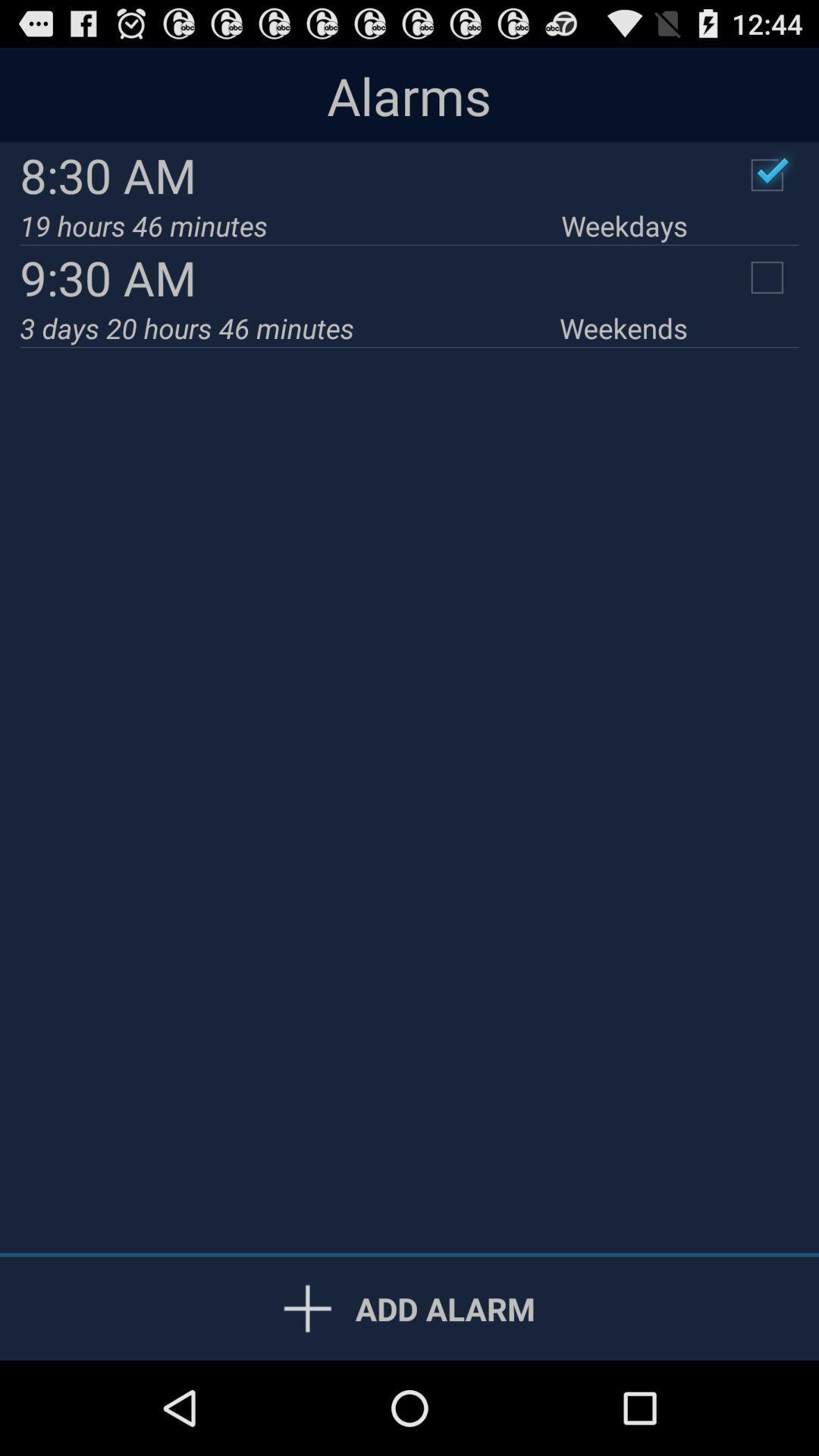 The height and width of the screenshot is (1456, 819). Describe the element at coordinates (623, 327) in the screenshot. I see `the weekends` at that location.